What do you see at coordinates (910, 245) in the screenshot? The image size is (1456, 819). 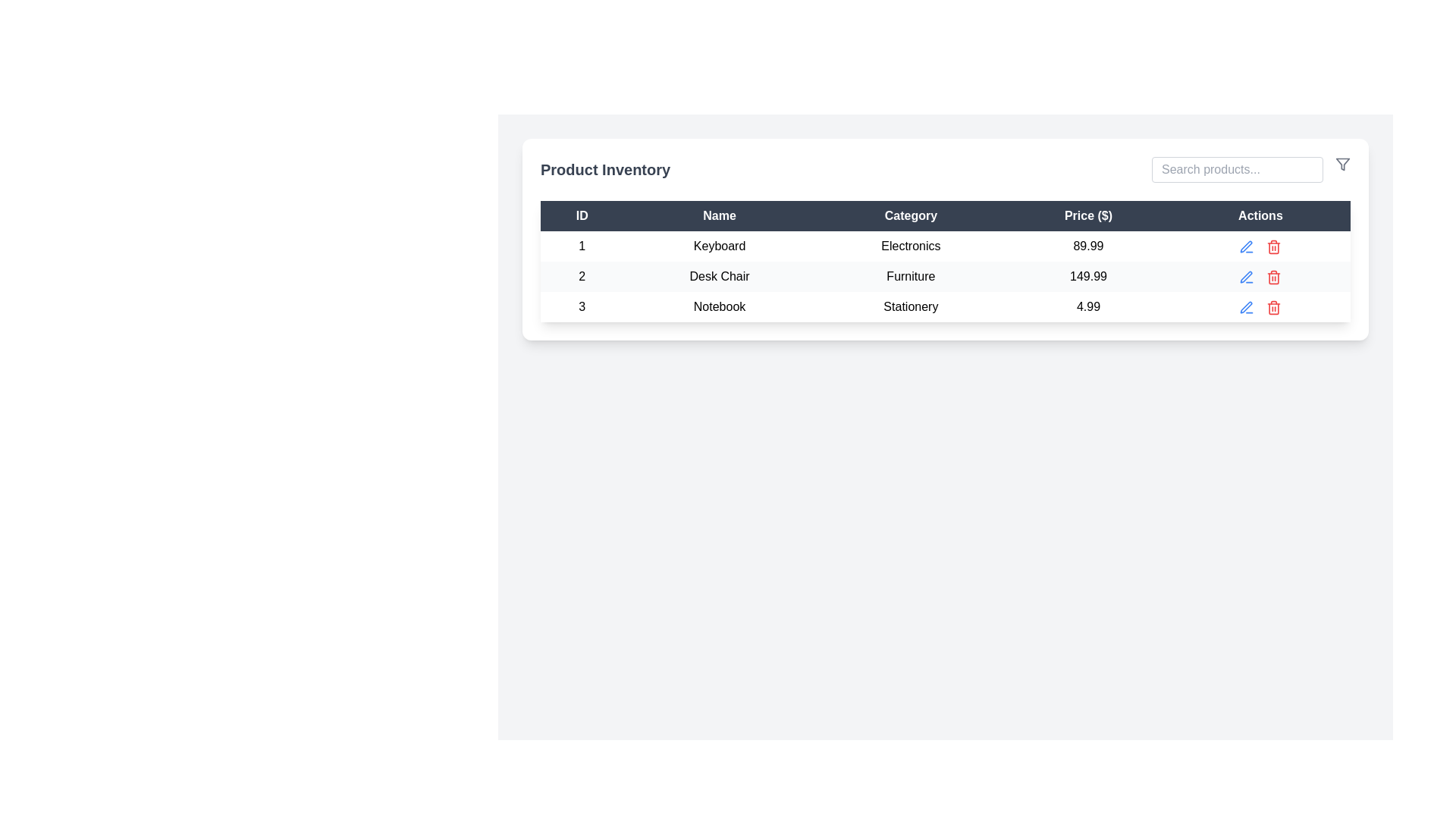 I see `the Text Display element that indicates the category of the product in the first data row of the table, located between the 'Name' column with 'Keyboard' and the 'Price ($)' column with '89.99'` at bounding box center [910, 245].